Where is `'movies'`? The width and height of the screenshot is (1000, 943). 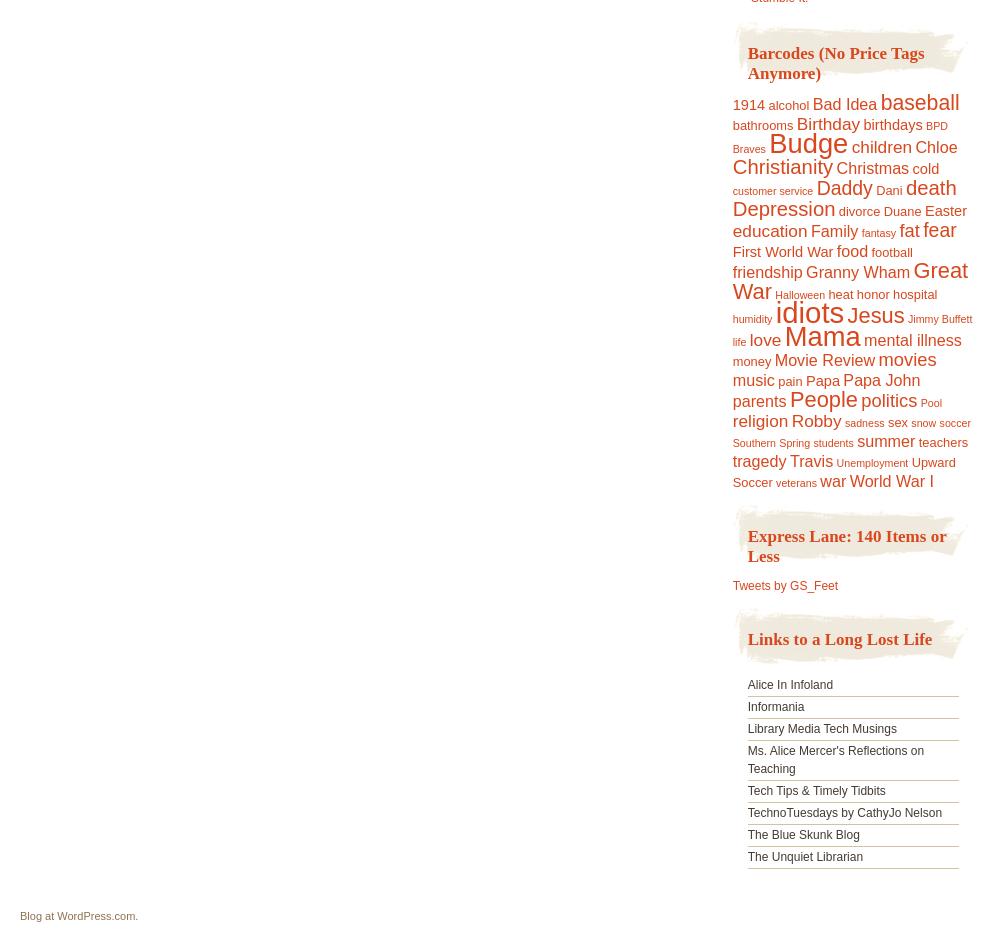
'movies' is located at coordinates (878, 358).